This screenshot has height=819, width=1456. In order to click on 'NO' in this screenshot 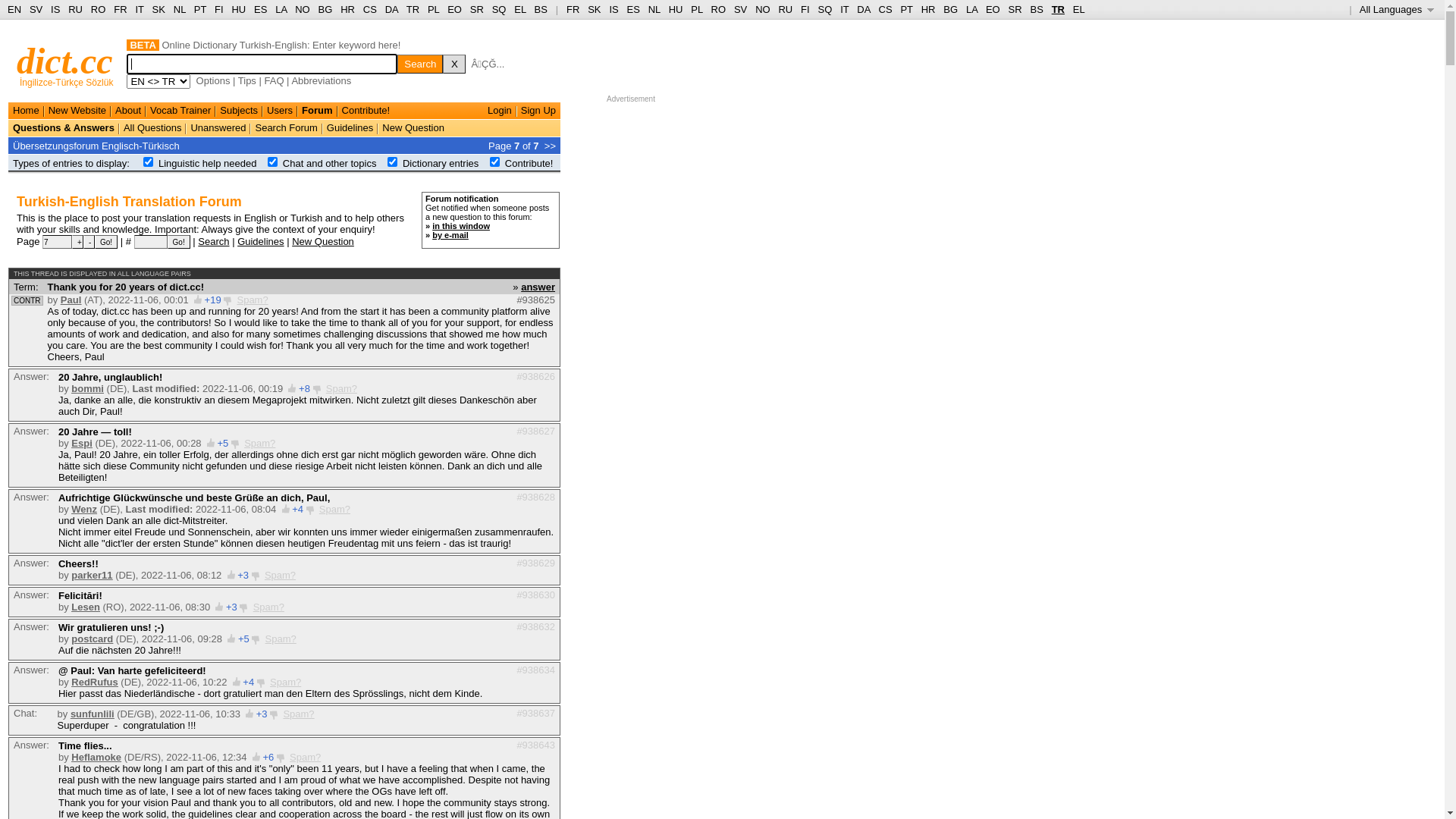, I will do `click(302, 9)`.